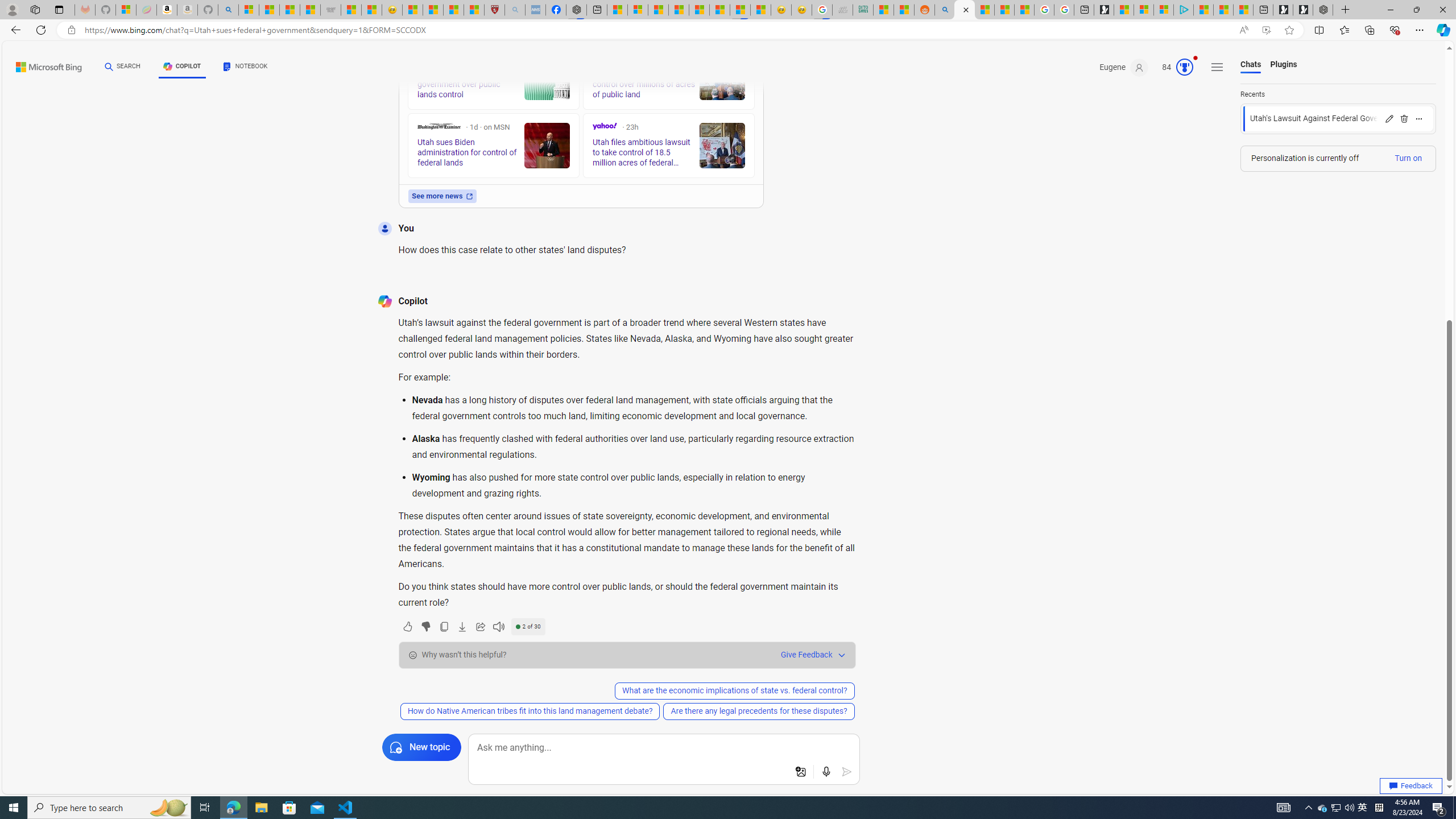 This screenshot has height=819, width=1456. What do you see at coordinates (759, 710) in the screenshot?
I see `'Are there any legal precedents for these disputes?'` at bounding box center [759, 710].